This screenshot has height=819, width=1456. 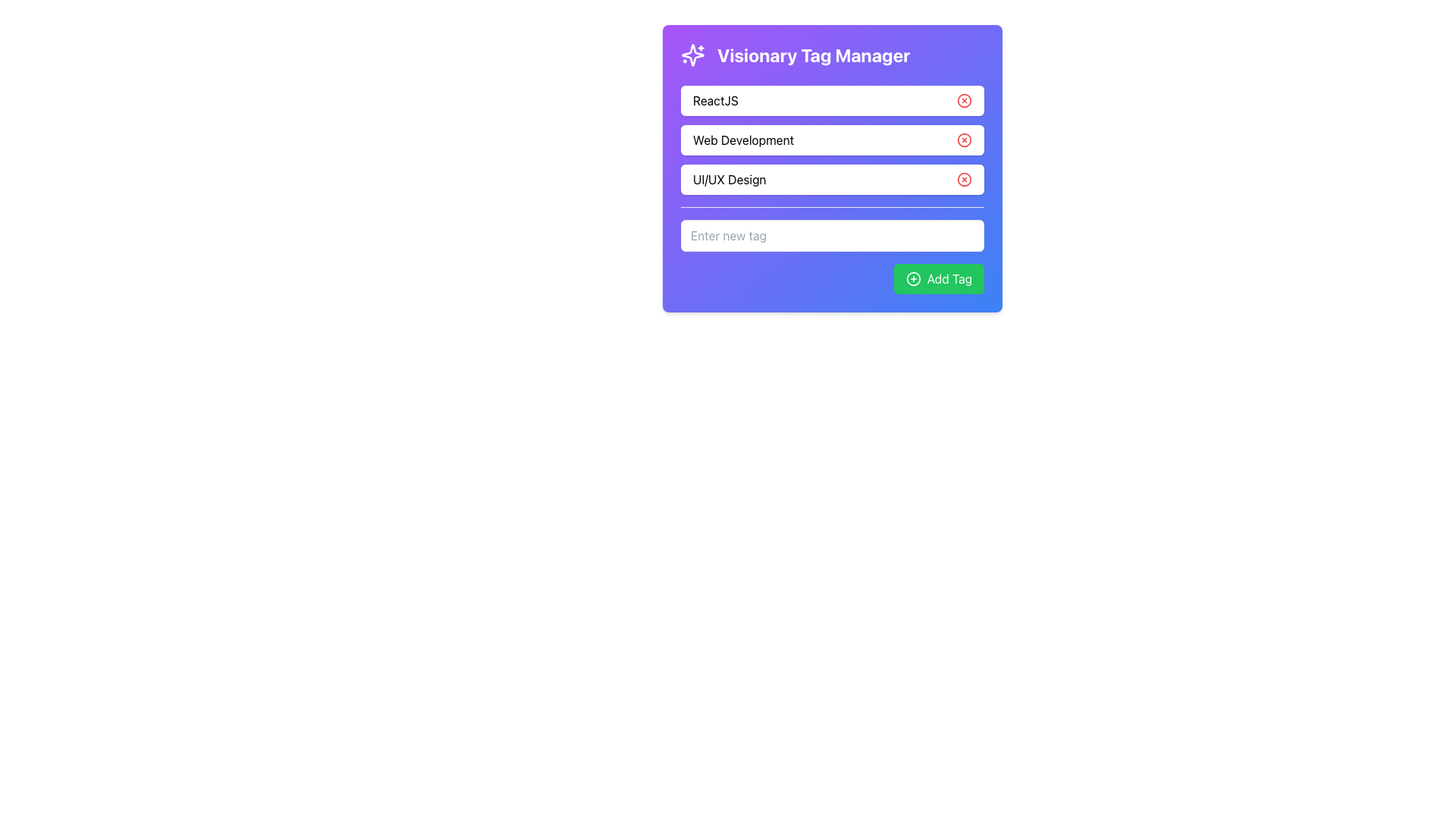 I want to click on the green 'Add Tag' button with rounded corners, featuring a plus icon on the left, so click(x=938, y=278).